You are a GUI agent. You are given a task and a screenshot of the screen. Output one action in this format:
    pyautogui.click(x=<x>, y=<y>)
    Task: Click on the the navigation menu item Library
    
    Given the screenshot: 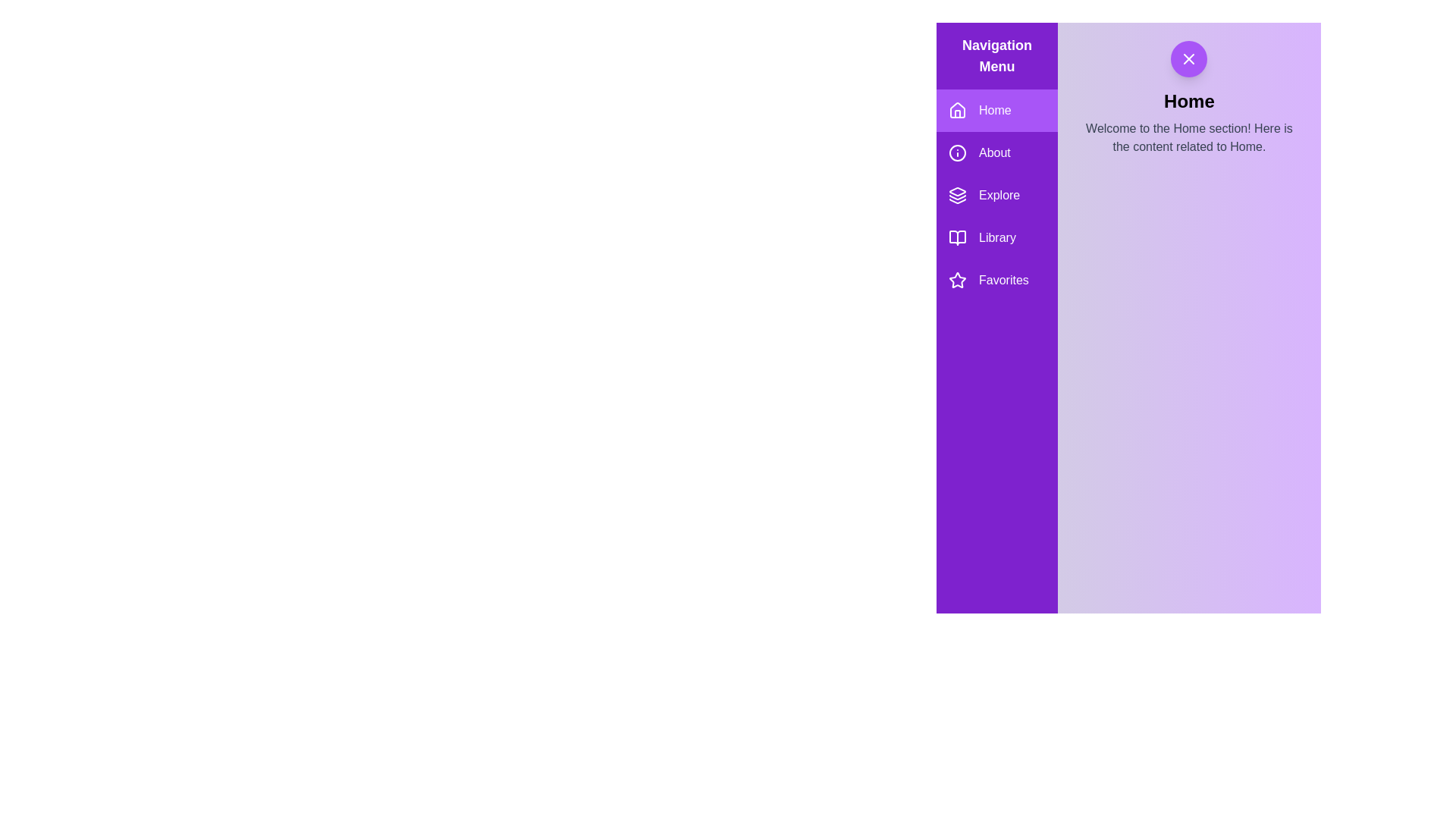 What is the action you would take?
    pyautogui.click(x=997, y=237)
    